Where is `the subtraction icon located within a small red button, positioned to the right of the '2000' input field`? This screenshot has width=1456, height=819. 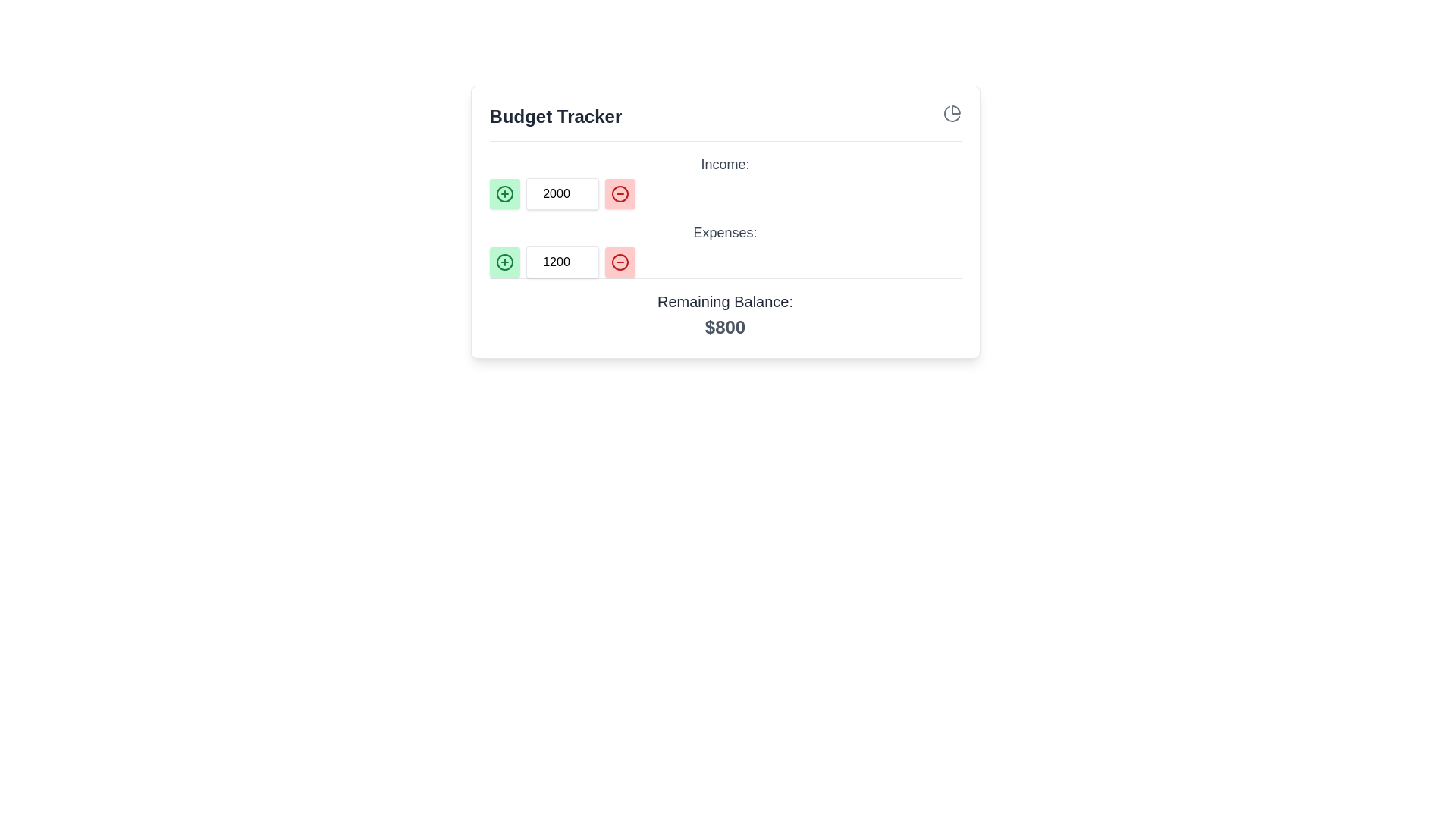
the subtraction icon located within a small red button, positioned to the right of the '2000' input field is located at coordinates (620, 193).